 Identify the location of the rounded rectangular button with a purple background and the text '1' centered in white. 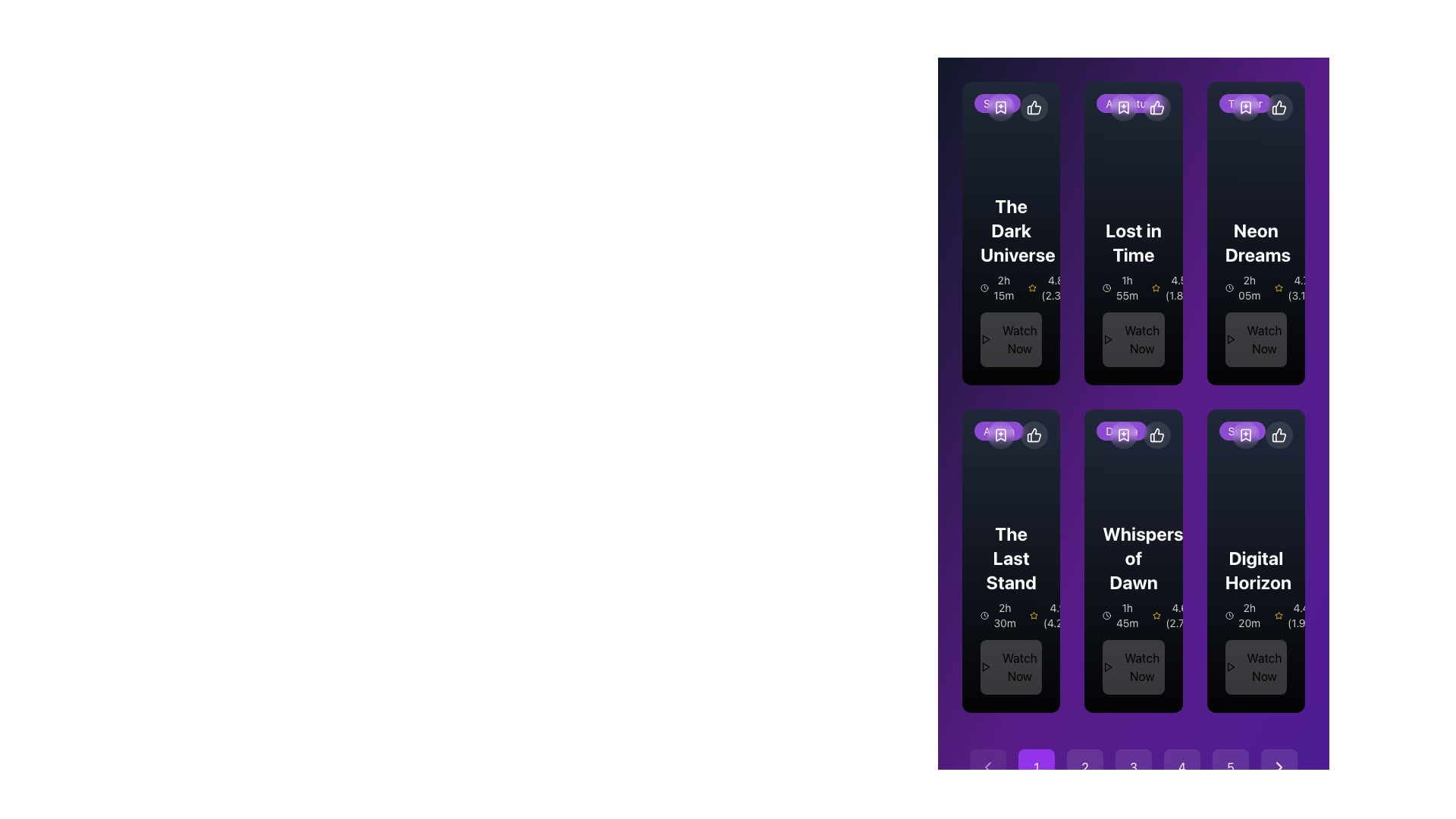
(1036, 767).